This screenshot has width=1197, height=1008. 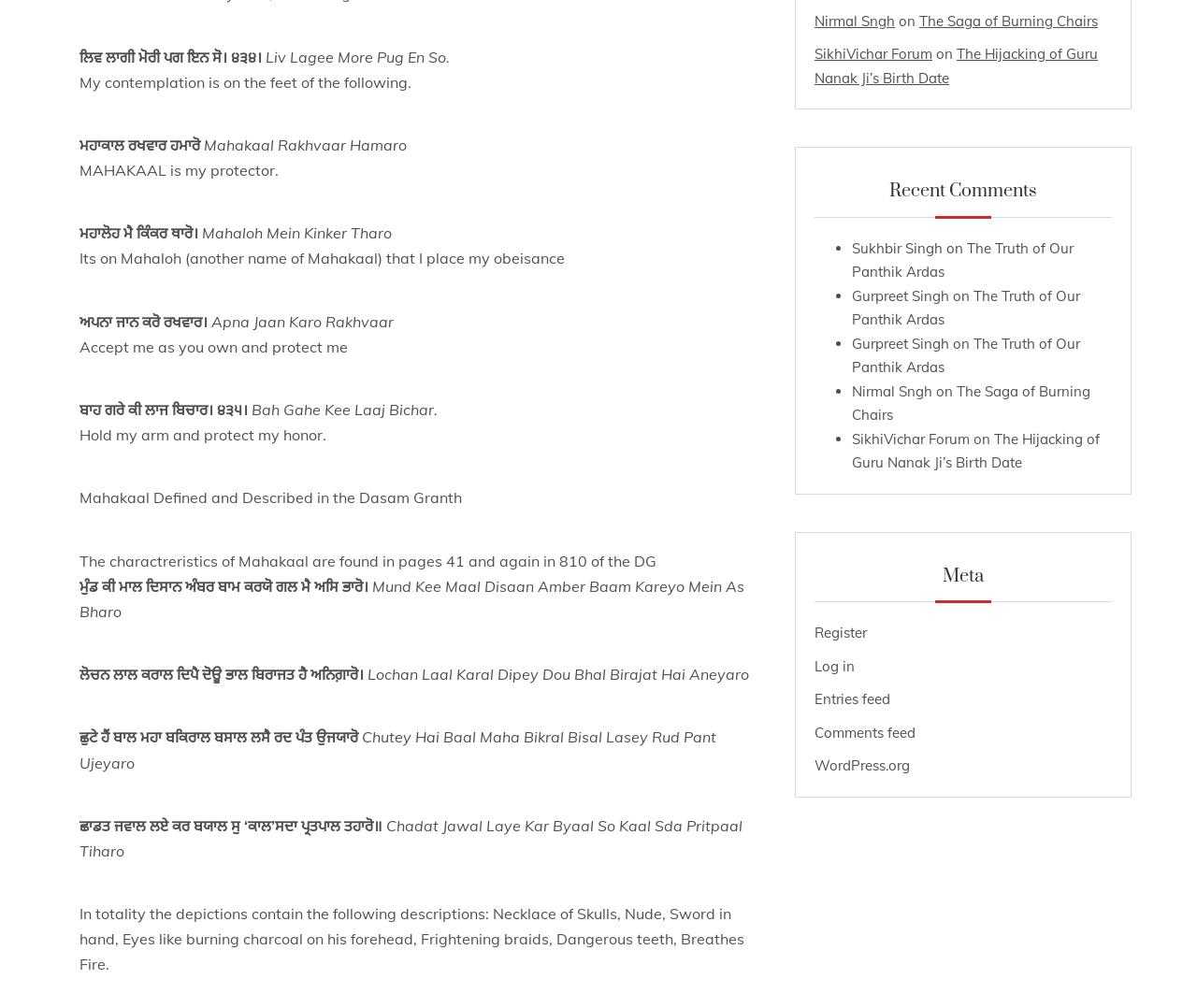 I want to click on 'Comments feed', so click(x=864, y=730).